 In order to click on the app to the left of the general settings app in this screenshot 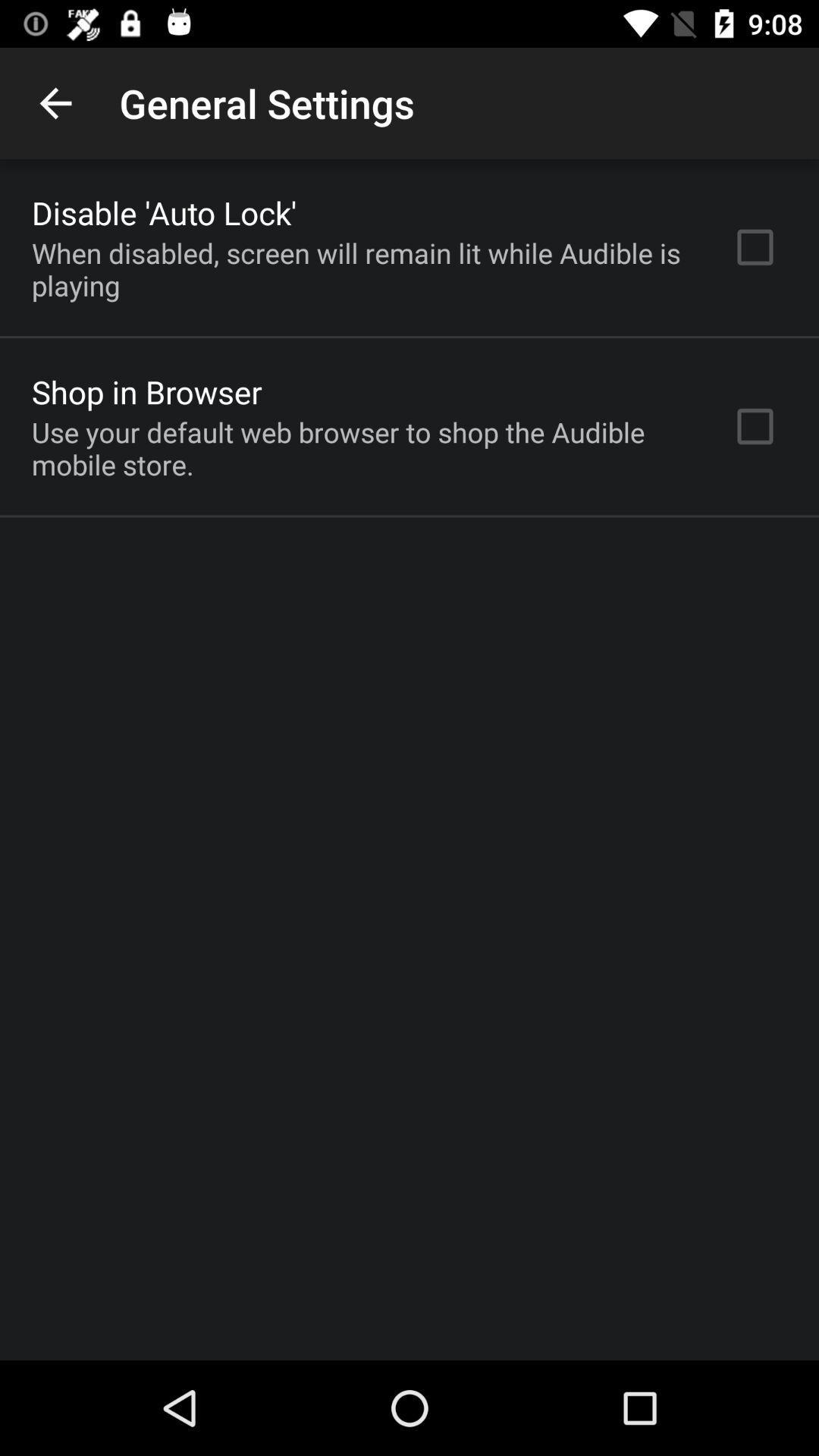, I will do `click(55, 102)`.